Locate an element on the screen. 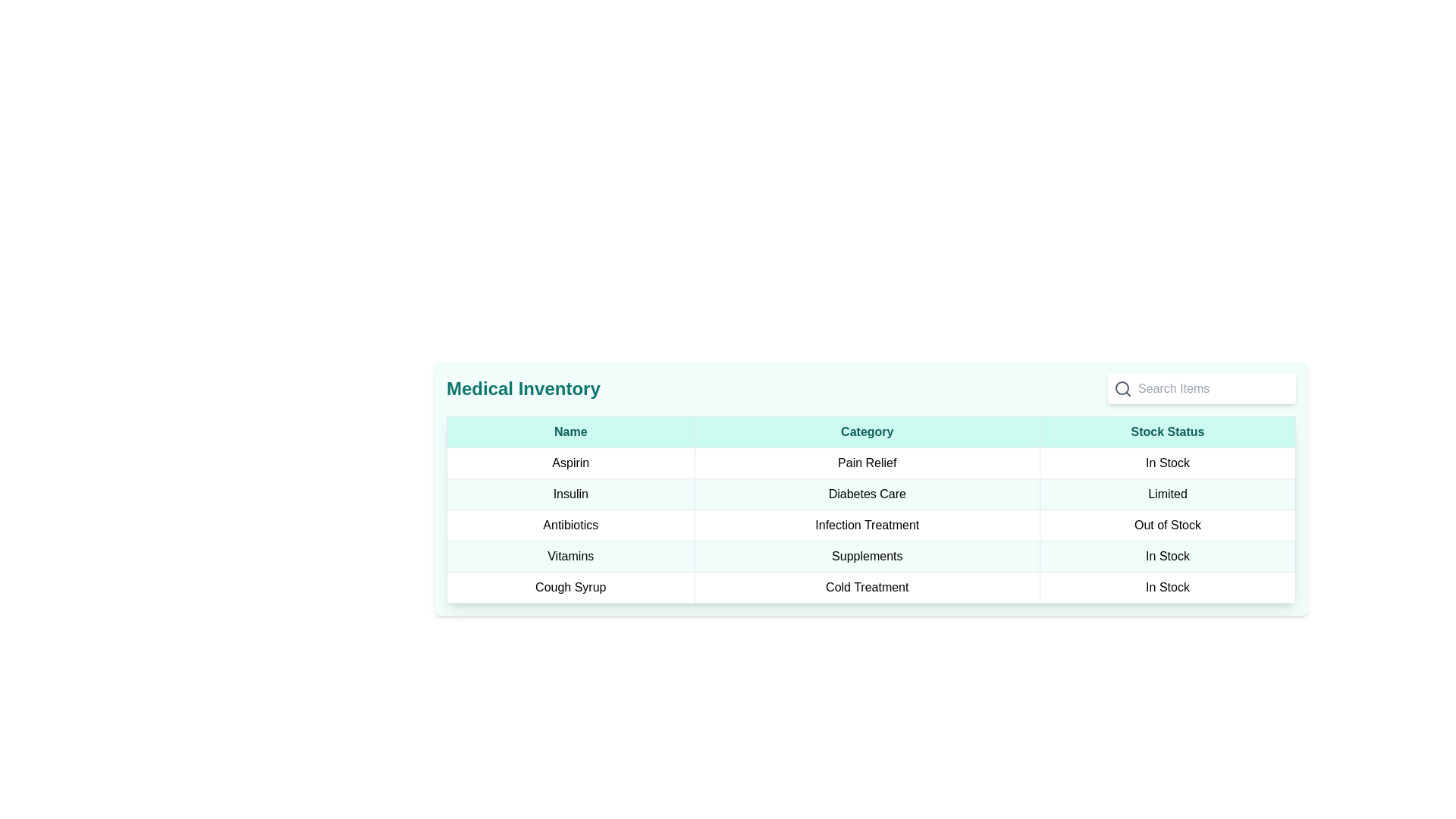  the 'Category' table header, which is the second column header in a table with a light green background, located between the 'Name' and 'Stock Status' headers is located at coordinates (867, 432).